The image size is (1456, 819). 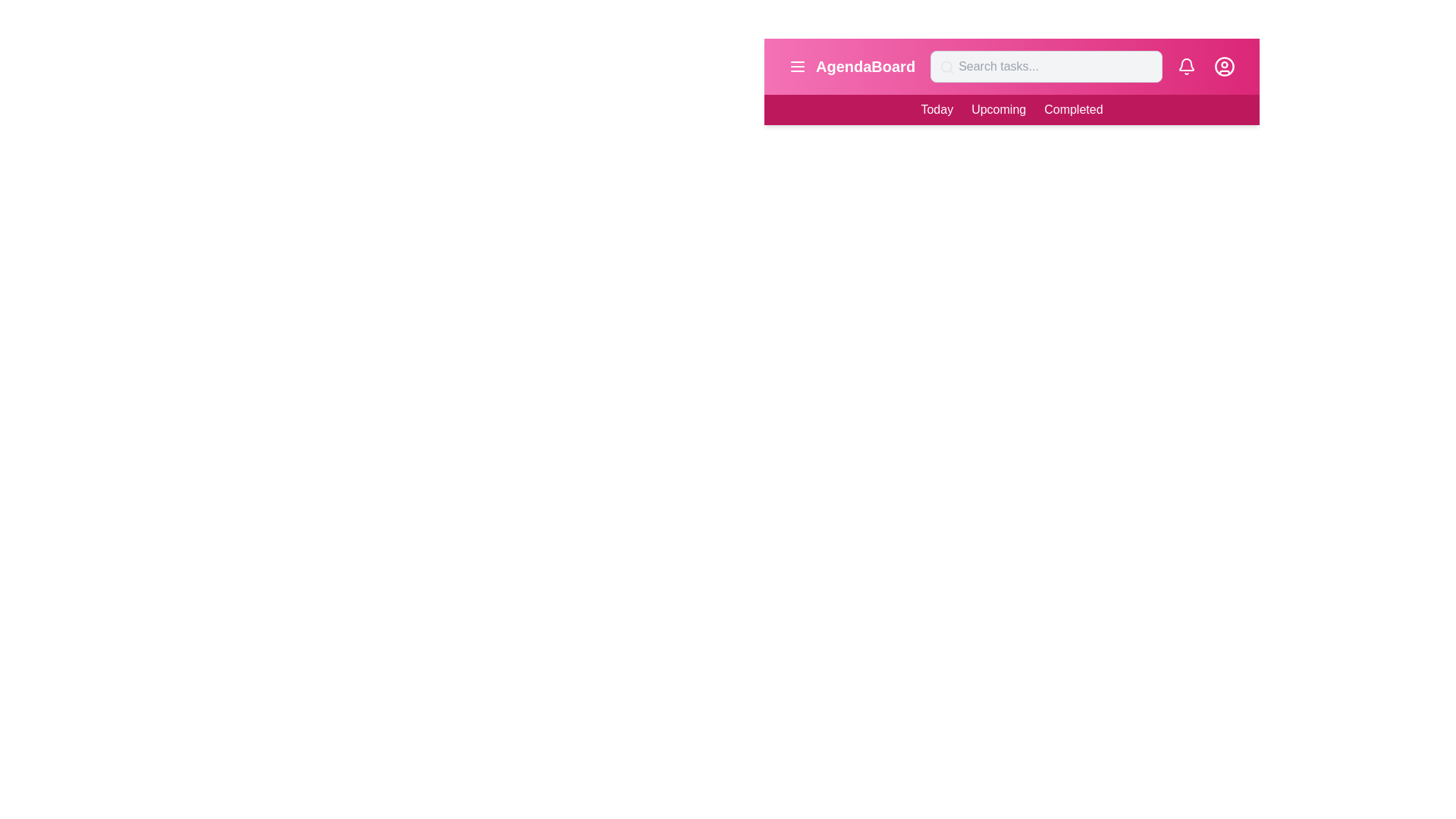 I want to click on the 'Upcoming' menu item in the navigation bar, so click(x=998, y=109).